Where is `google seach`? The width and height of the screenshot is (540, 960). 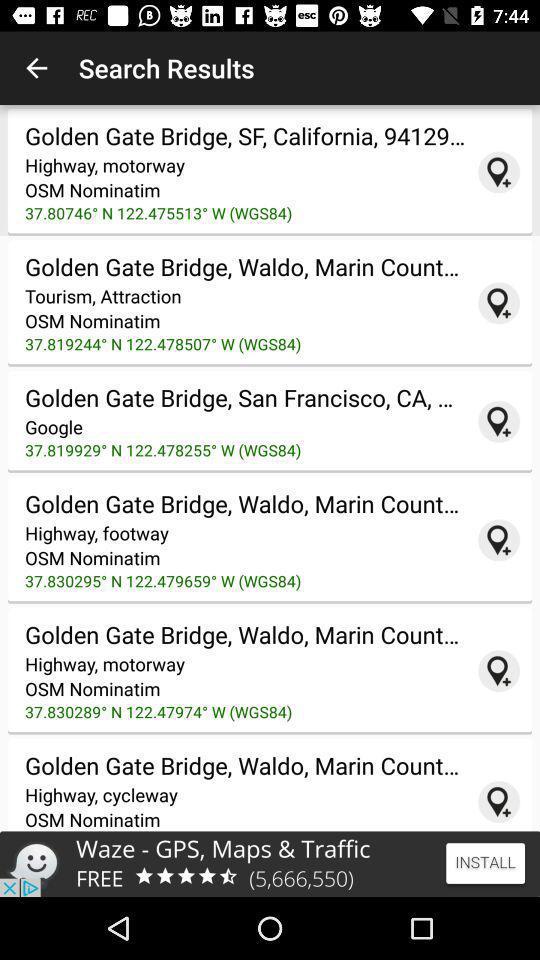 google seach is located at coordinates (498, 802).